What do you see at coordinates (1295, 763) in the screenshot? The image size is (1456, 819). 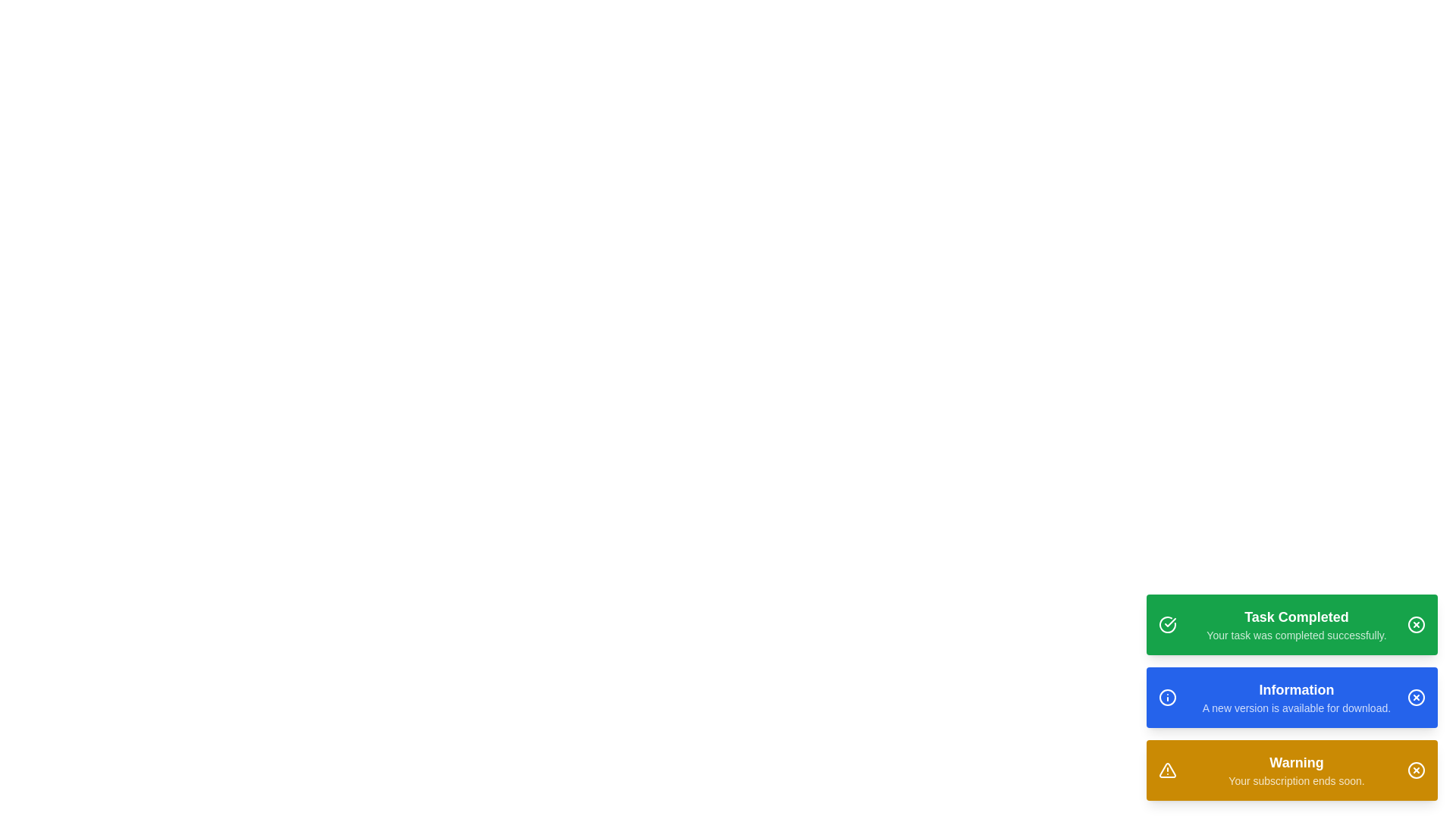 I see `the title text of the orange notification panel that conveys a warning message to the user, located at the bottom of the three notification panels on the right section of the interface` at bounding box center [1295, 763].